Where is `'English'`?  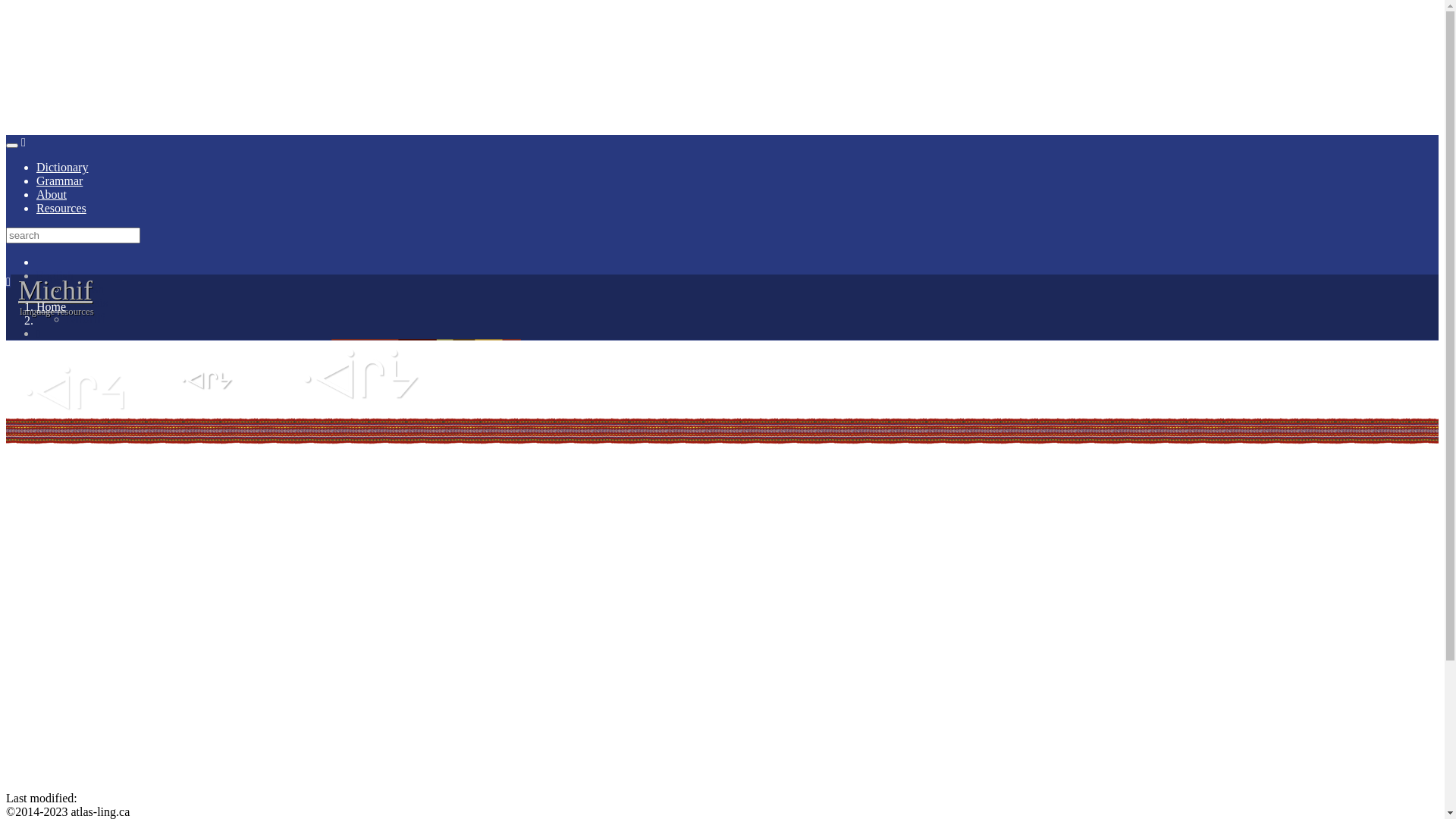
'English' is located at coordinates (65, 289).